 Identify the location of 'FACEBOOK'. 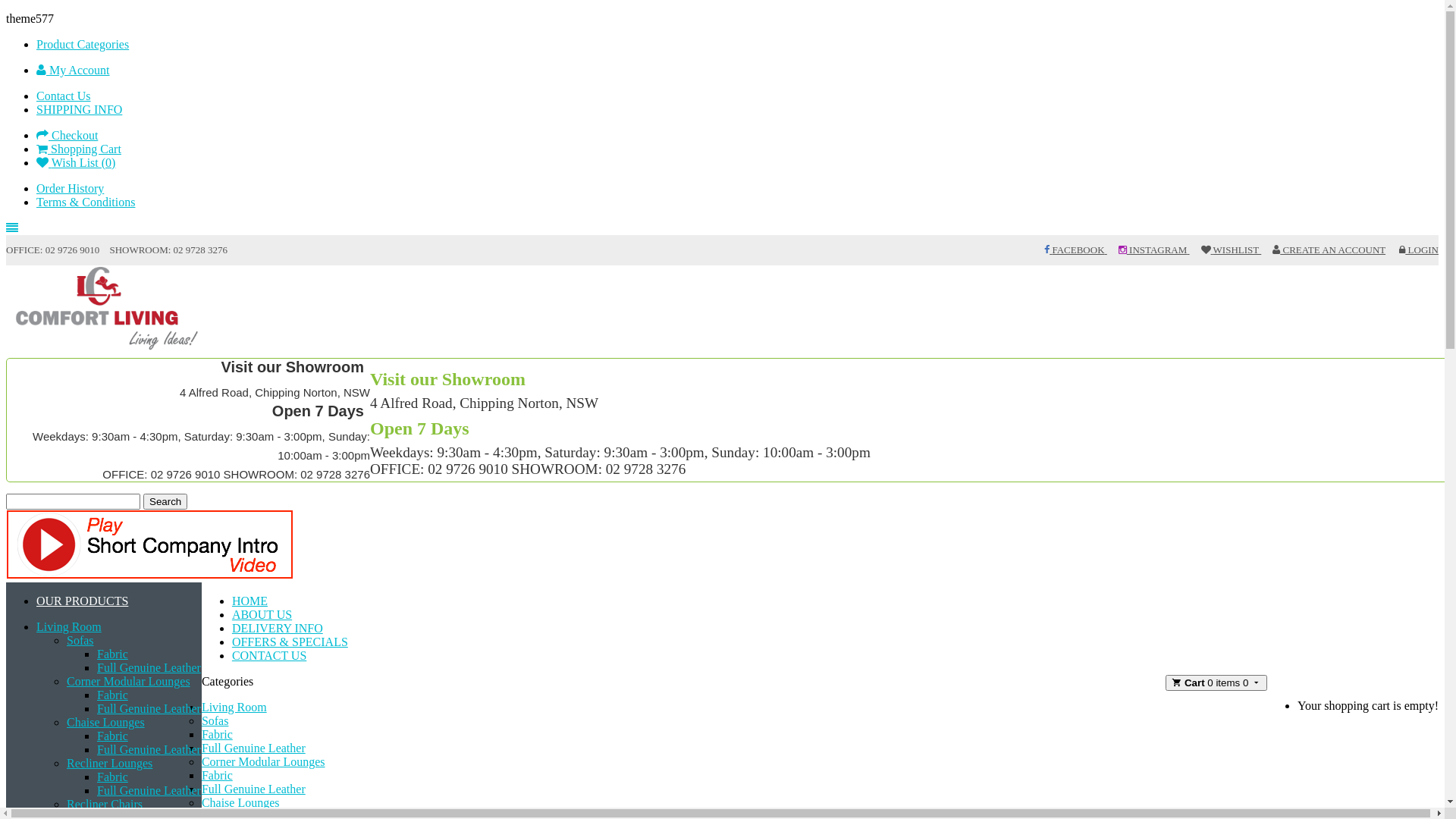
(1043, 249).